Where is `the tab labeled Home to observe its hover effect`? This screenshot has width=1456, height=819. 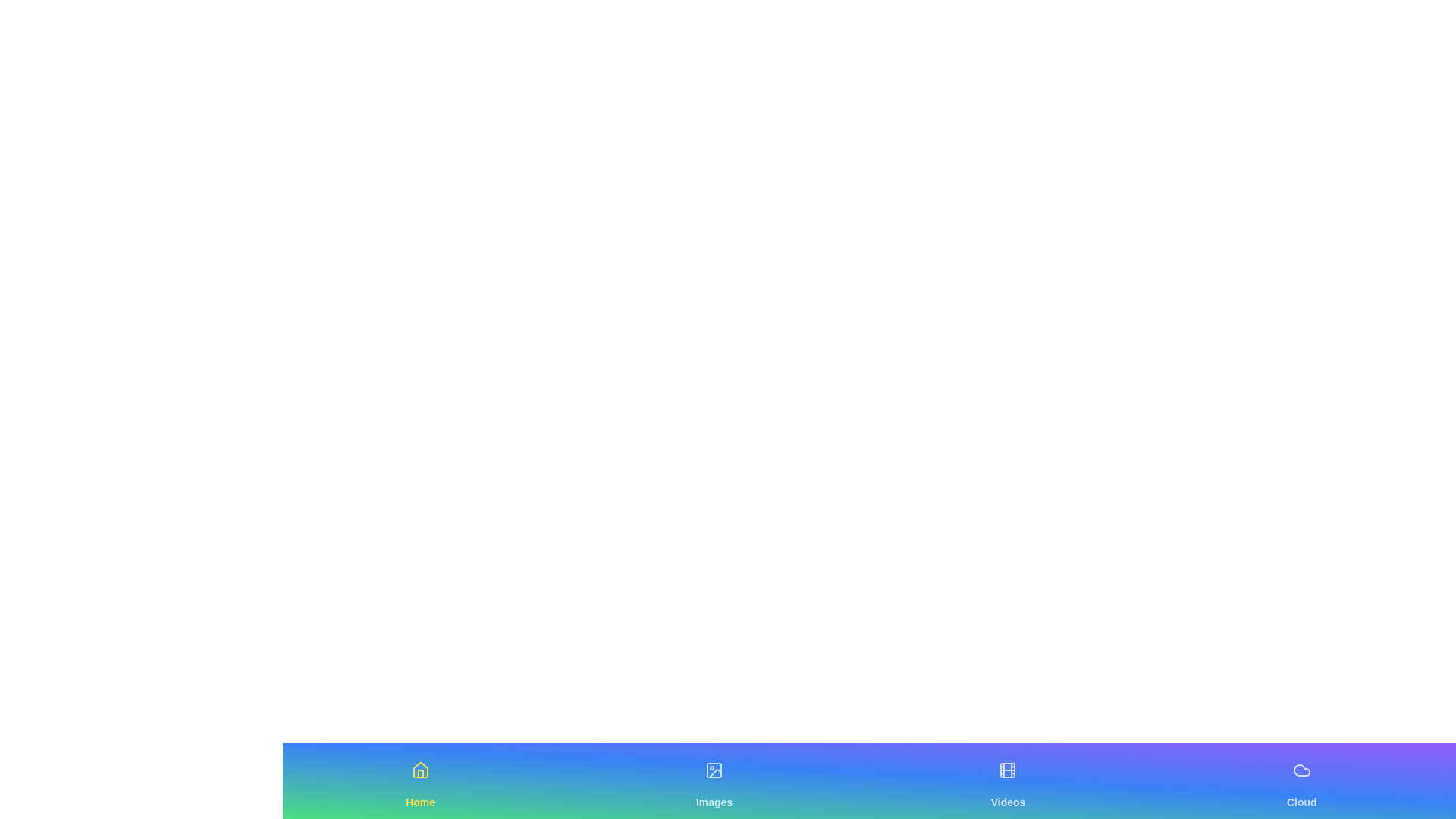
the tab labeled Home to observe its hover effect is located at coordinates (420, 780).